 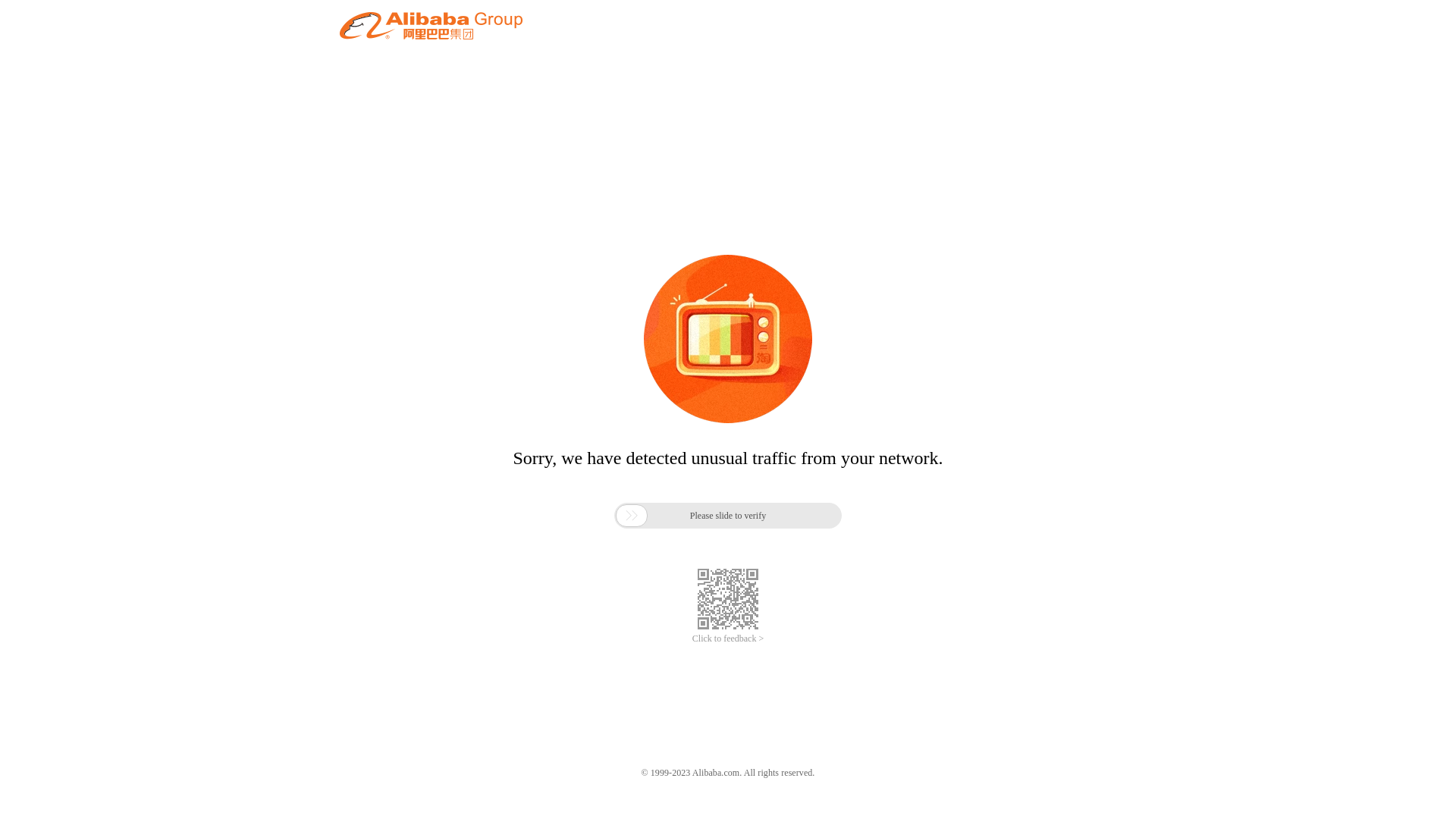 I want to click on 'Click to feedback >', so click(x=728, y=639).